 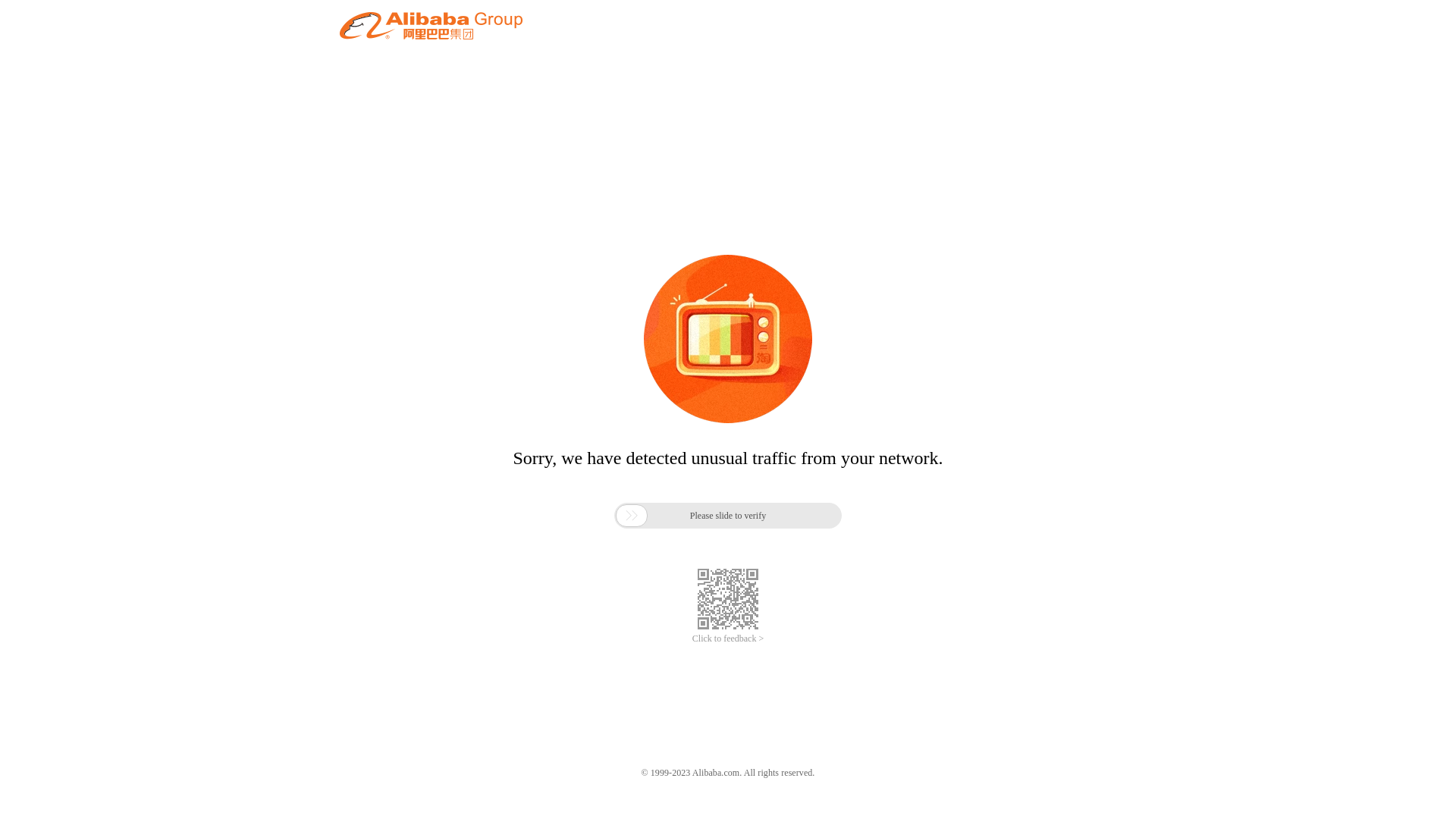 I want to click on 'Click to feedback >', so click(x=728, y=639).